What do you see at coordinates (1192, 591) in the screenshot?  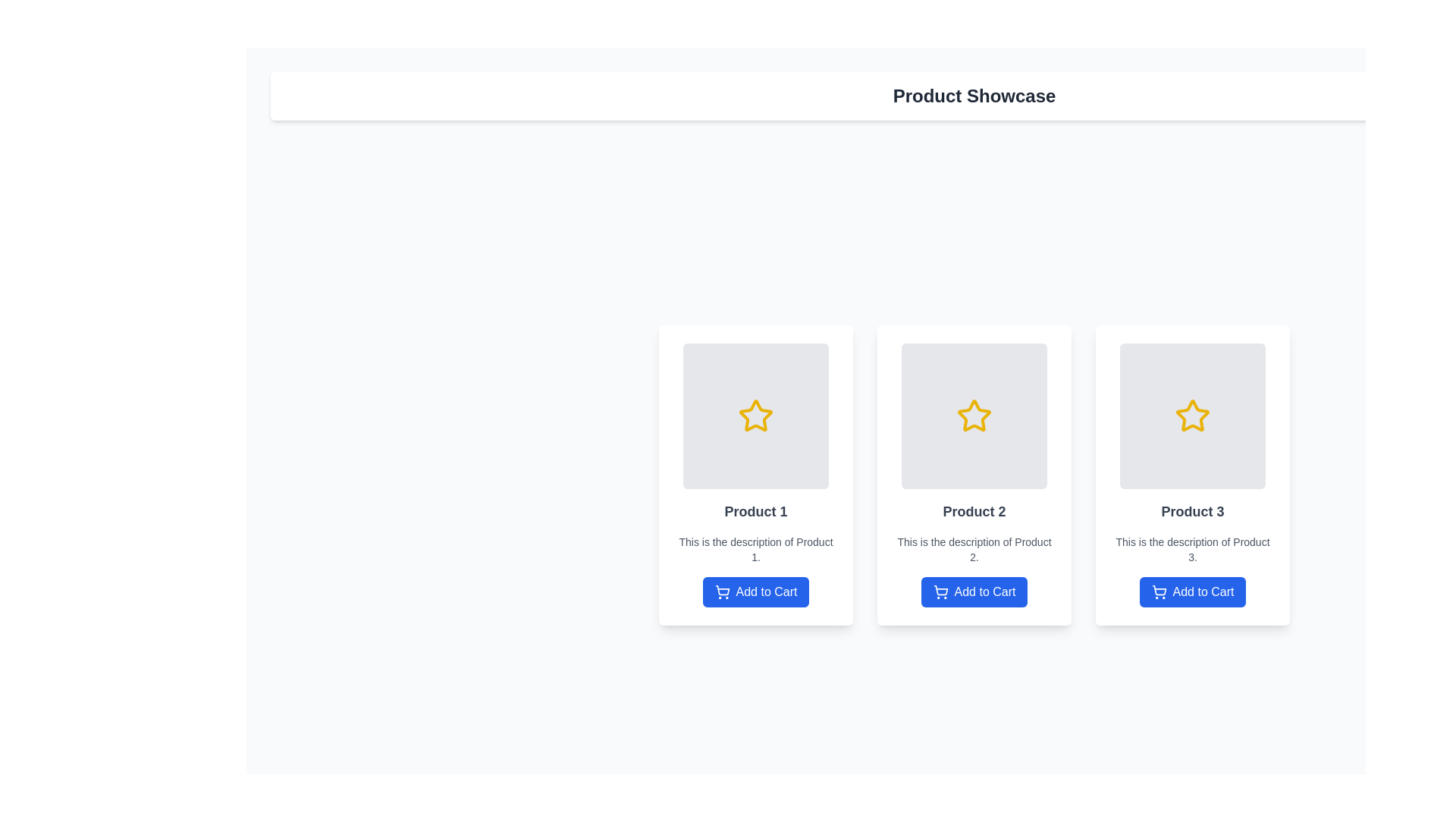 I see `the 'Add to Cart' button for 'Product 3'` at bounding box center [1192, 591].